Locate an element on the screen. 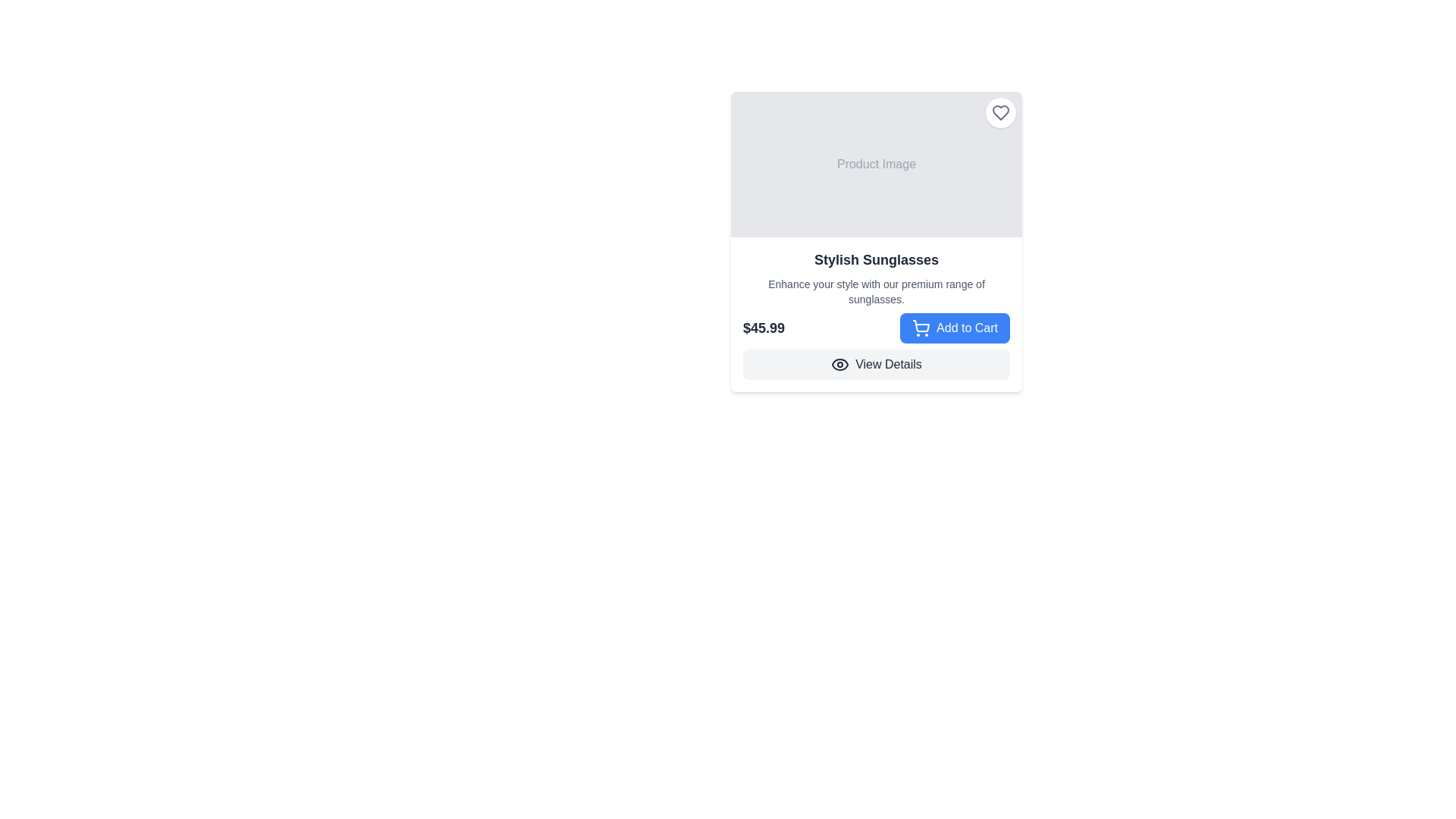 The height and width of the screenshot is (819, 1456). the shopping cart icon located to the left of the 'Add to Cart' text within the blue button is located at coordinates (920, 327).